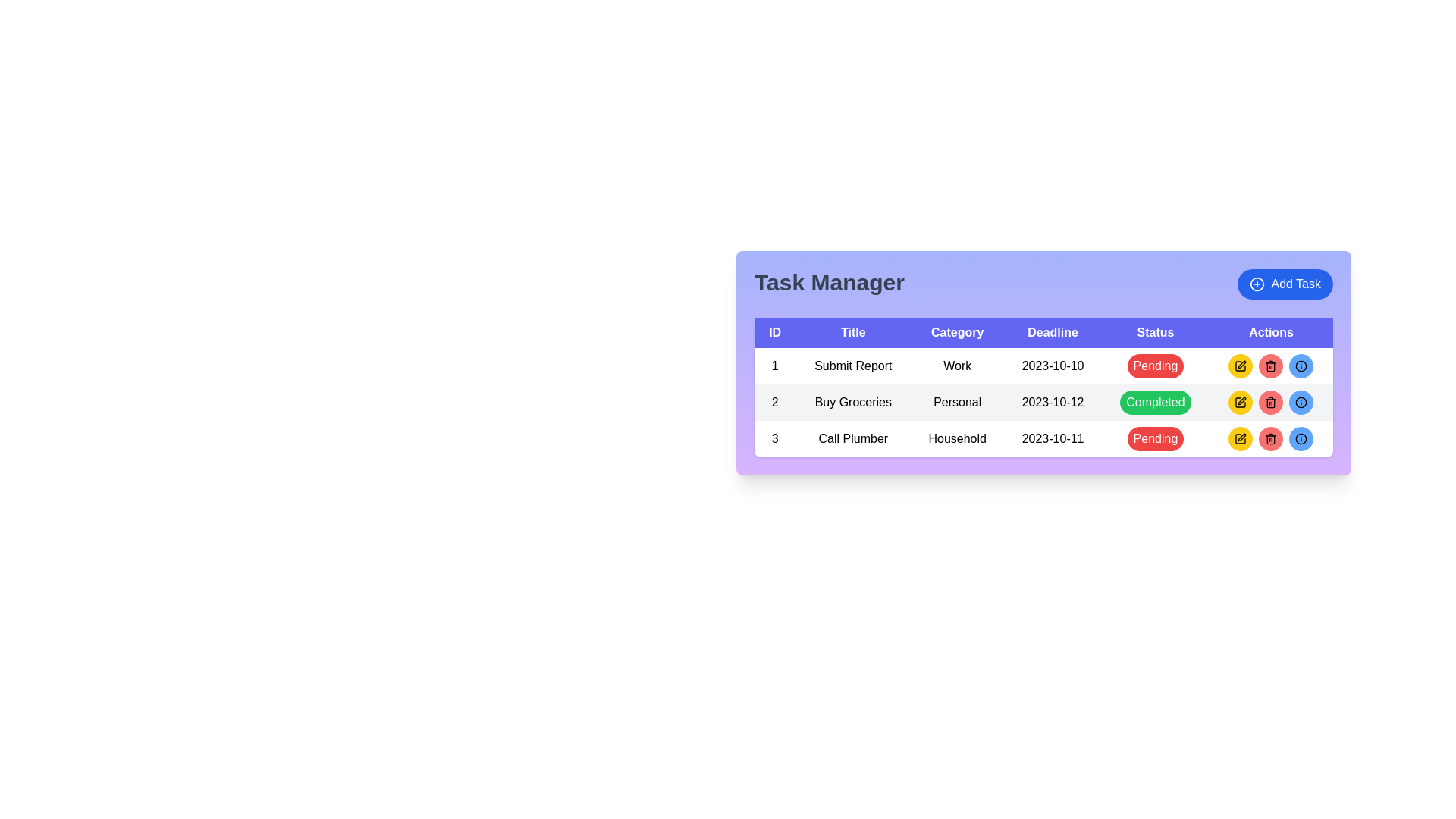 This screenshot has height=819, width=1456. Describe the element at coordinates (1301, 366) in the screenshot. I see `the position of the SVG circle graphic that enhances the 'Add Task' button located in the top-right corner of the interface` at that location.